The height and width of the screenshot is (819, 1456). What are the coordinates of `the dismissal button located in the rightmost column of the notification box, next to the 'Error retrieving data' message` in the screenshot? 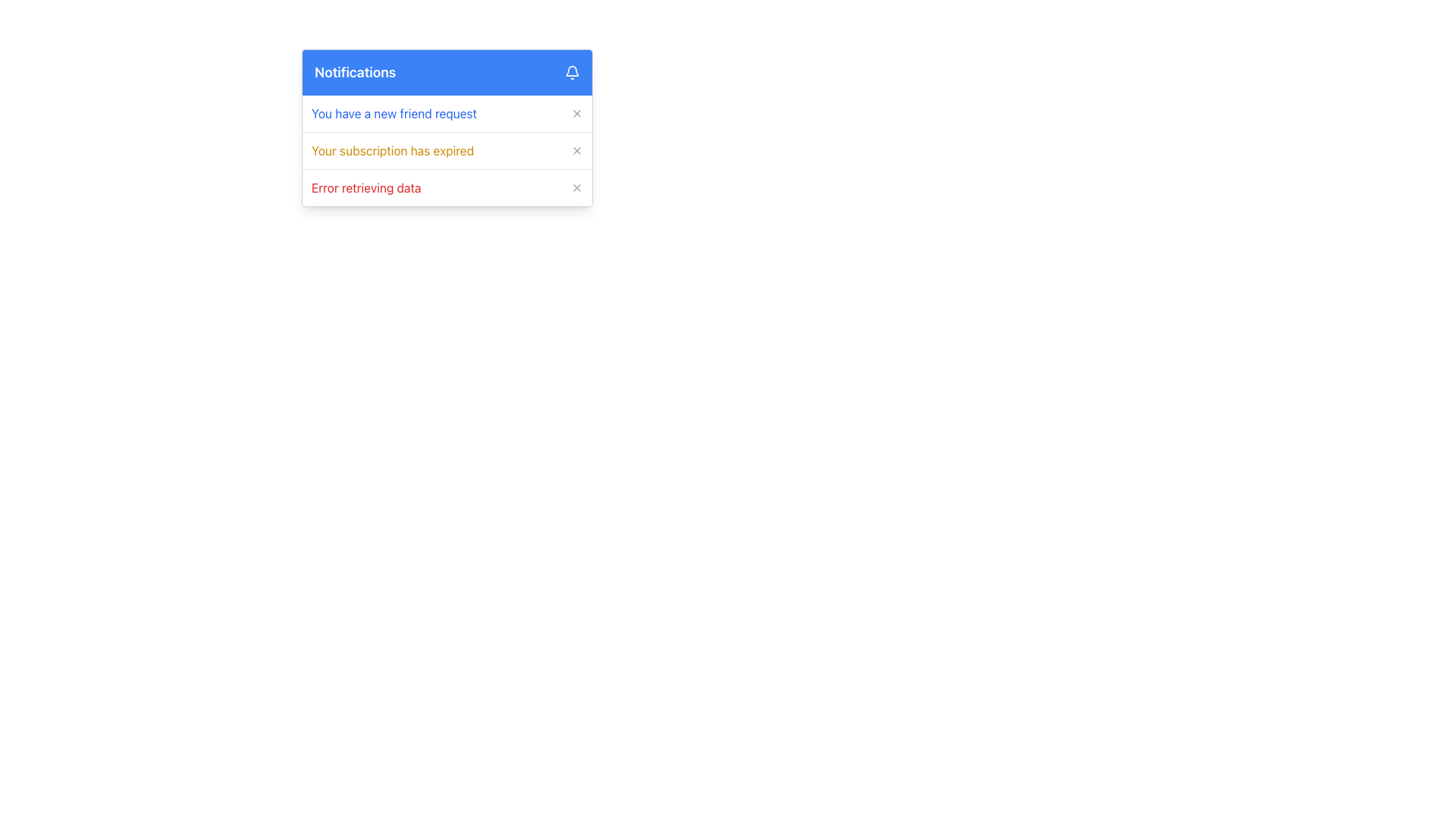 It's located at (576, 187).